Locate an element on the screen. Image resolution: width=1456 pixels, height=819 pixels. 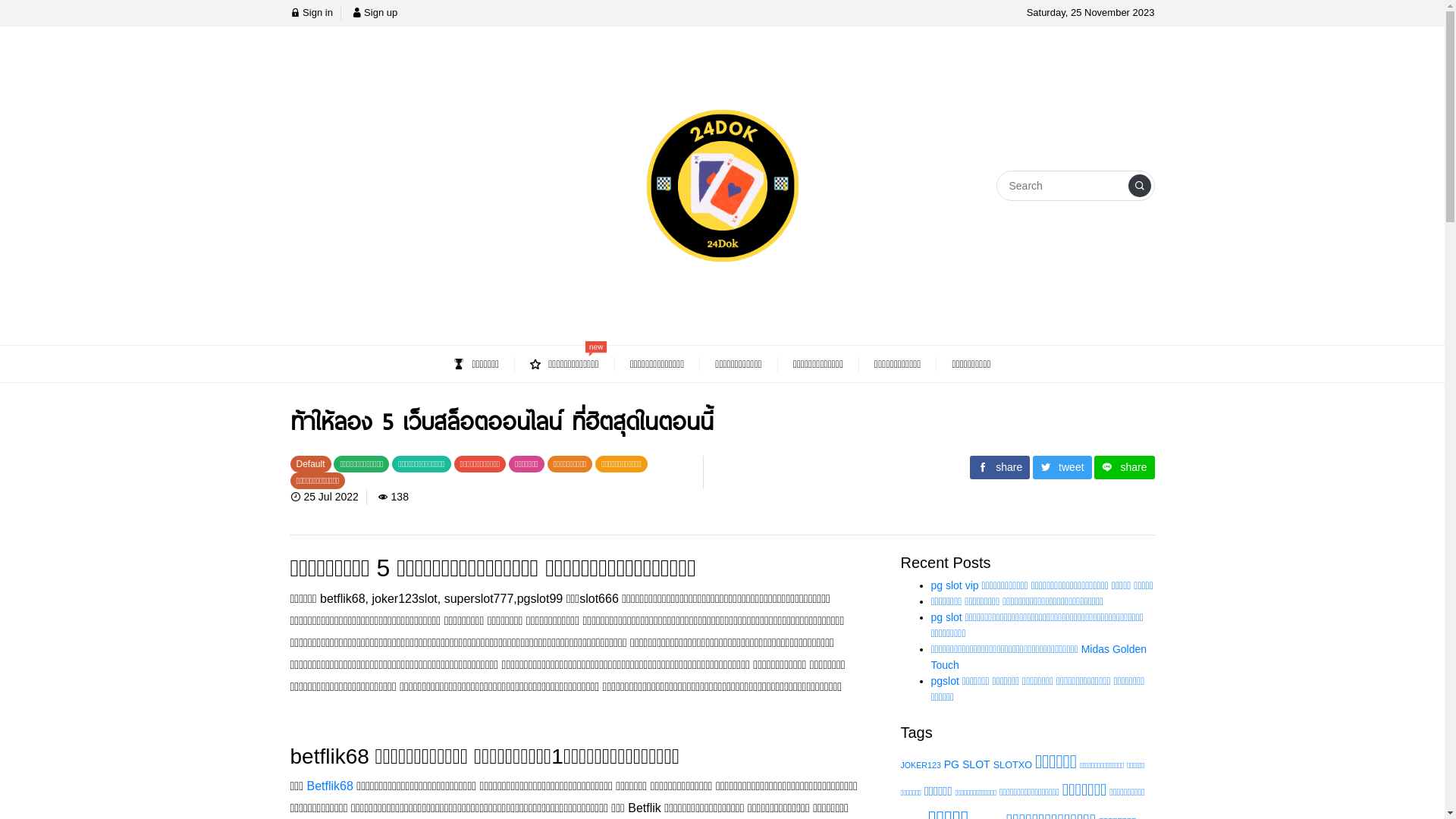
'Betflik68' is located at coordinates (328, 785).